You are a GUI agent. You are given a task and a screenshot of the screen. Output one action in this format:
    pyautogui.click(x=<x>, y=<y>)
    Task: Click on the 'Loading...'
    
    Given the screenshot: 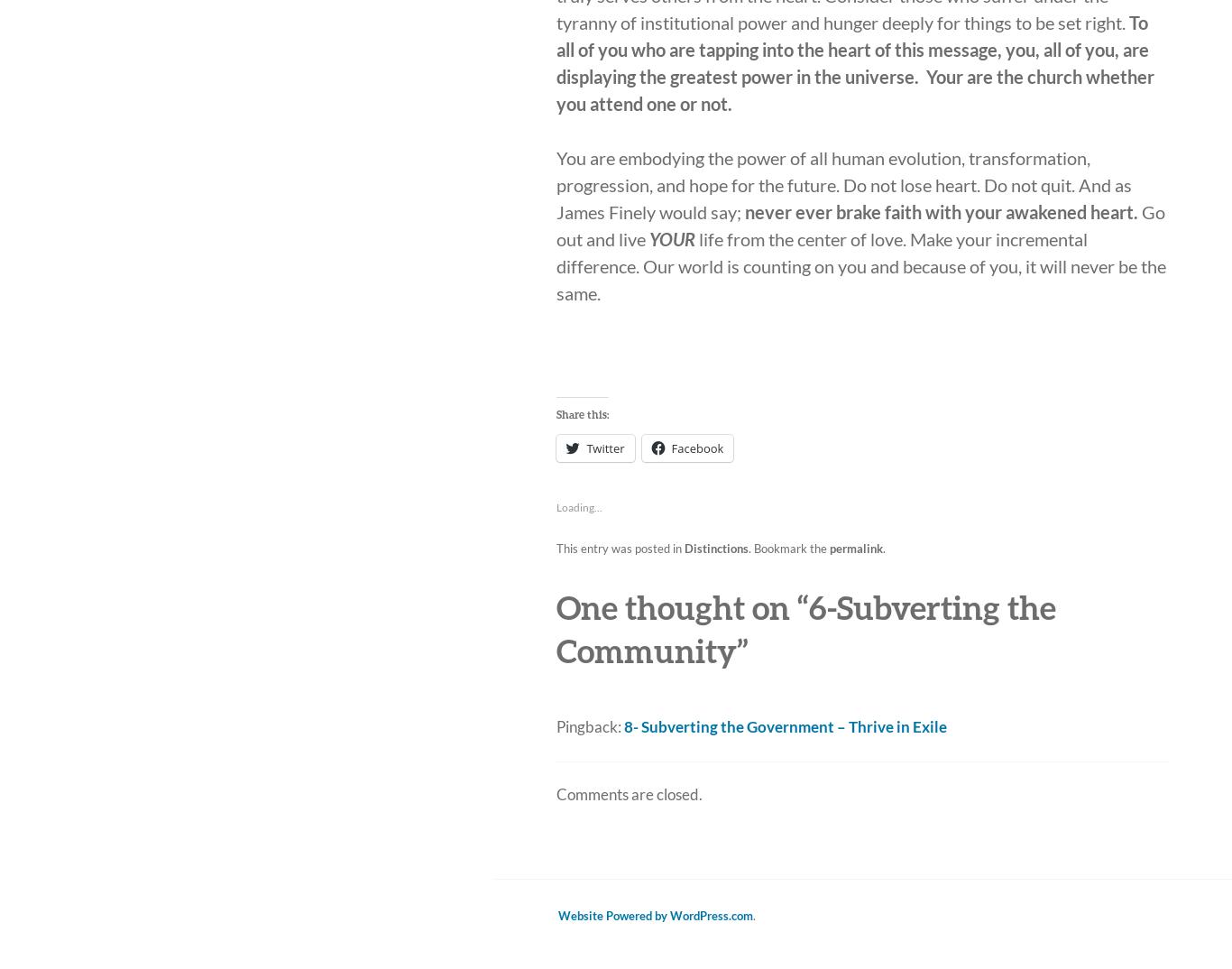 What is the action you would take?
    pyautogui.click(x=578, y=506)
    